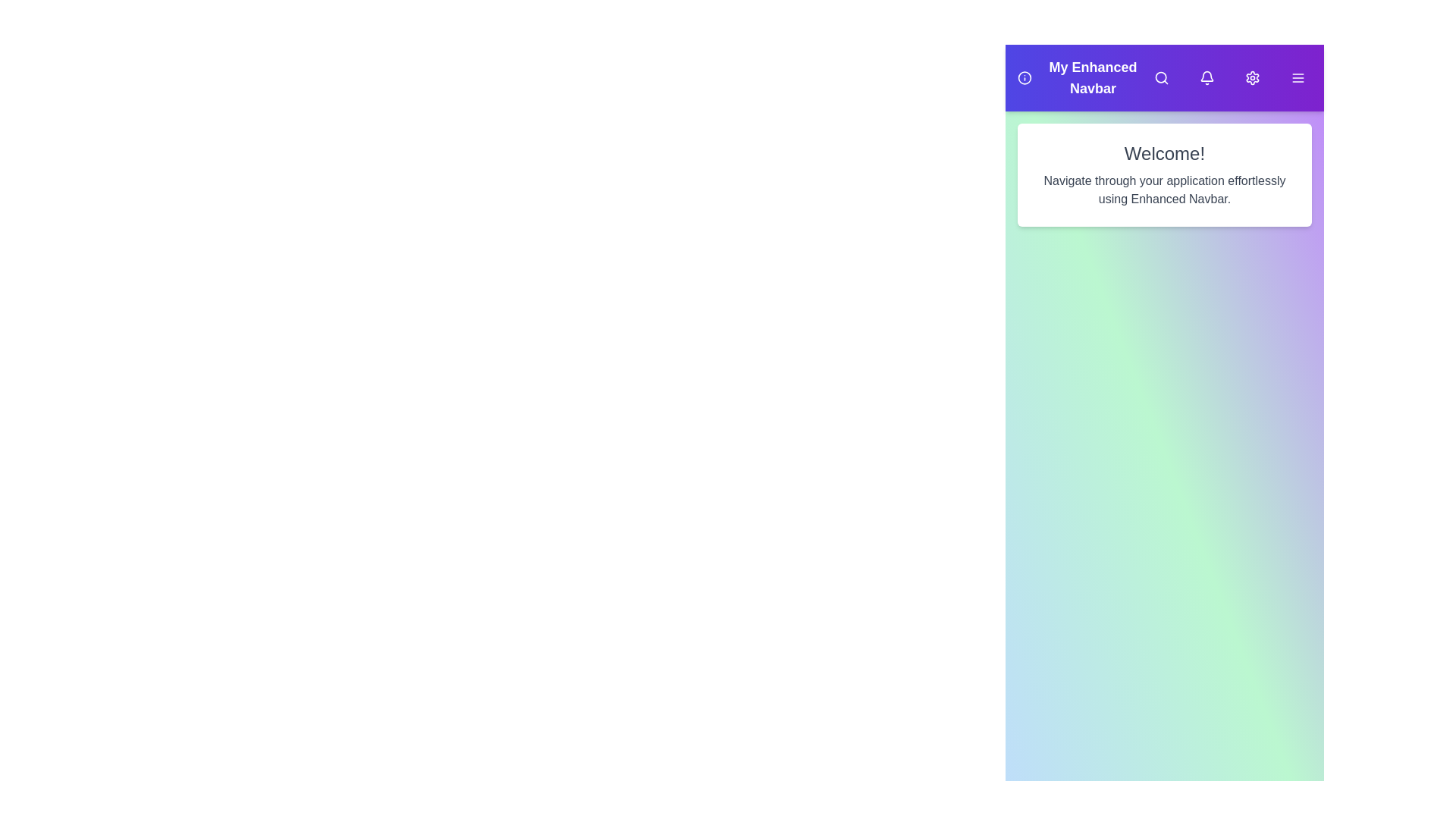 This screenshot has width=1456, height=819. What do you see at coordinates (1298, 78) in the screenshot?
I see `the menu button to toggle the sidebar` at bounding box center [1298, 78].